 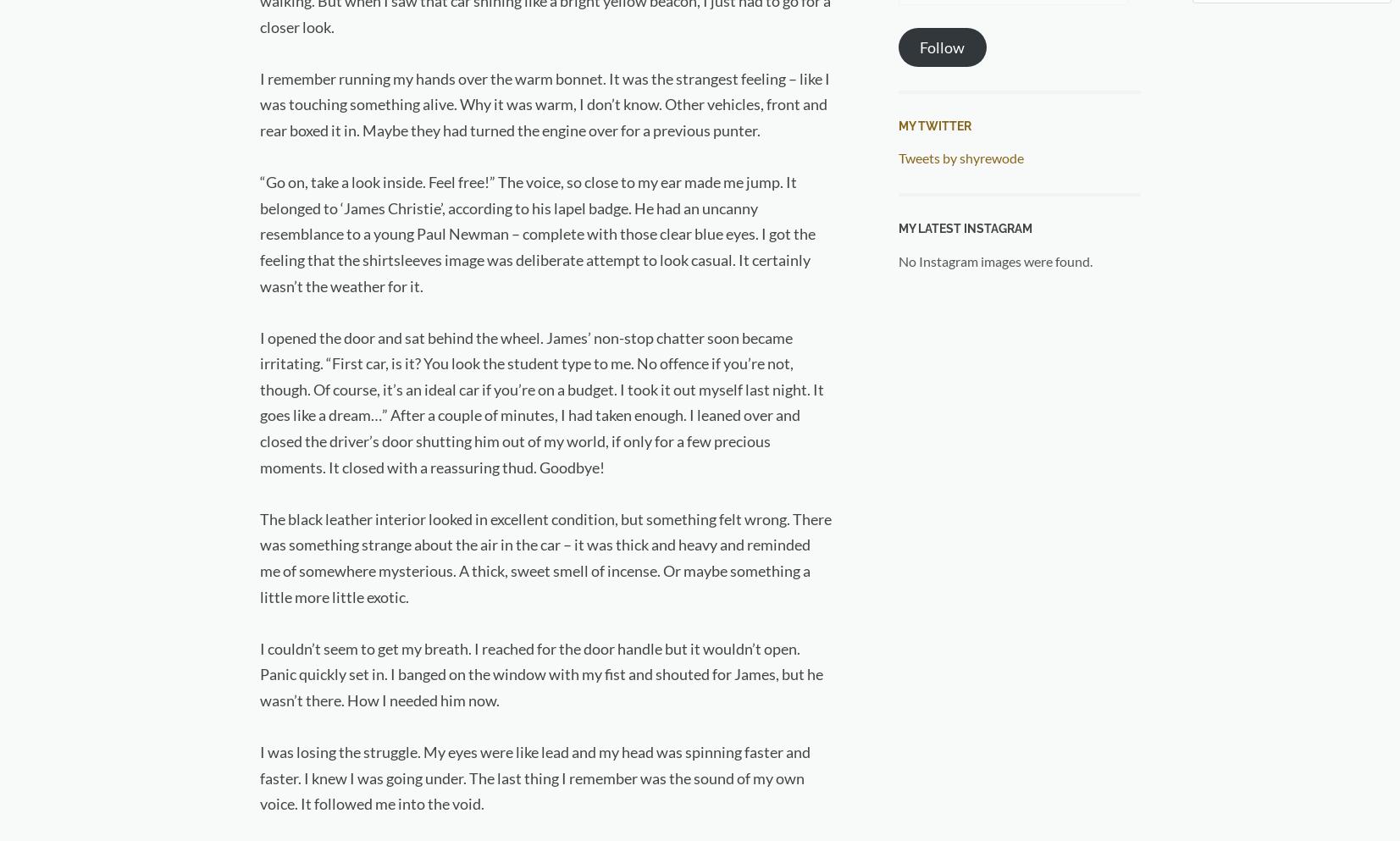 I want to click on 'I opened the door and sat behind the wheel. James’ non-stop chatter soon became irritating. “First car, is it? You look the student type to me. No offence if you’re not, though. Of course, it’s an ideal car if you’re on a budget. I took it out myself last night. It goes like a dream…” After a couple of minutes, I had taken enough. I leaned over and closed the driver’s door shutting him out of my world, if only for a few precious moments. It closed with a reassuring thud. Goodbye!', so click(x=540, y=401).